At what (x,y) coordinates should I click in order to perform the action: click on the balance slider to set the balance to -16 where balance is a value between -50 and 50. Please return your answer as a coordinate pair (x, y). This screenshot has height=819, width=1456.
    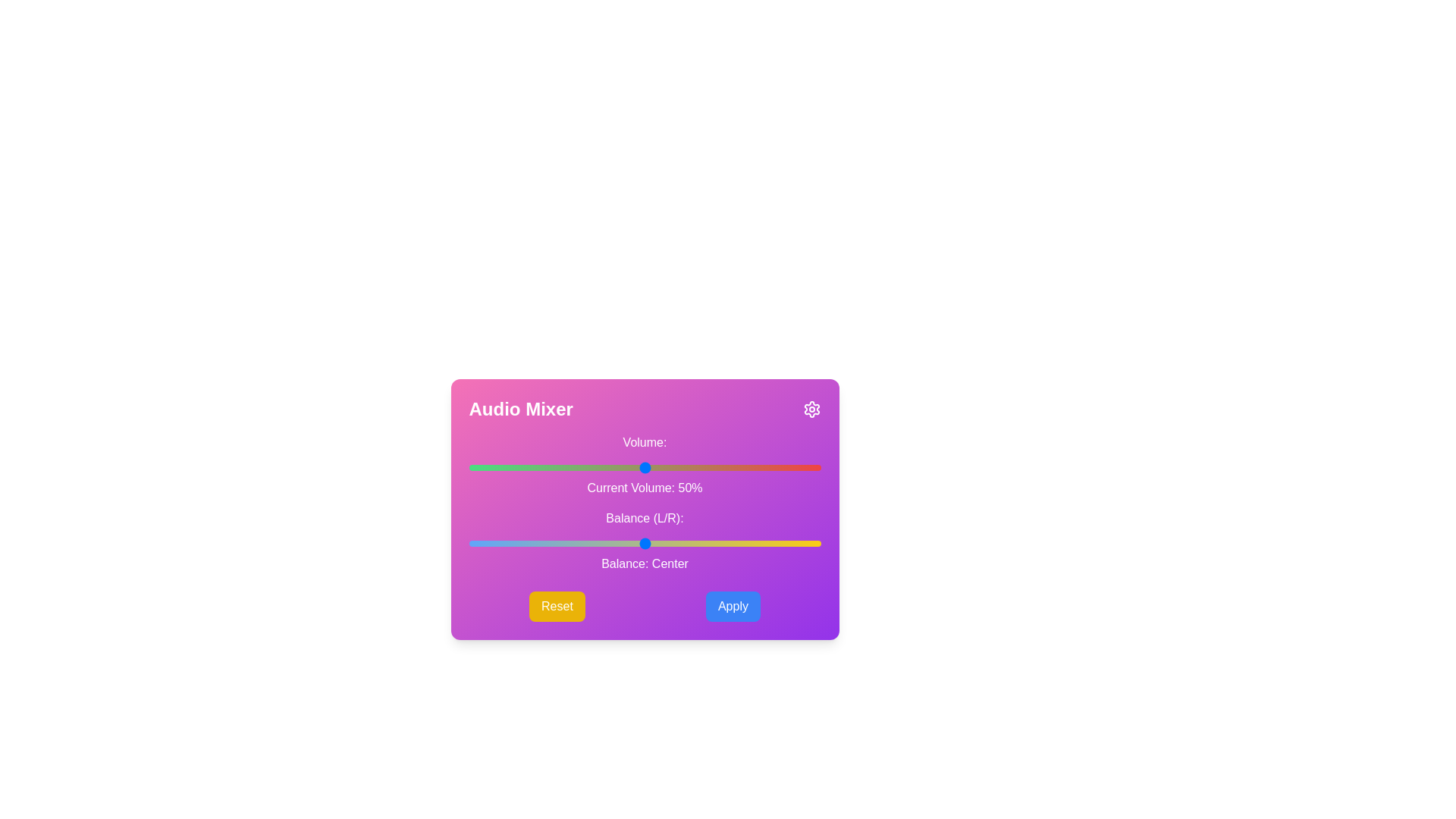
    Looking at the image, I should click on (588, 543).